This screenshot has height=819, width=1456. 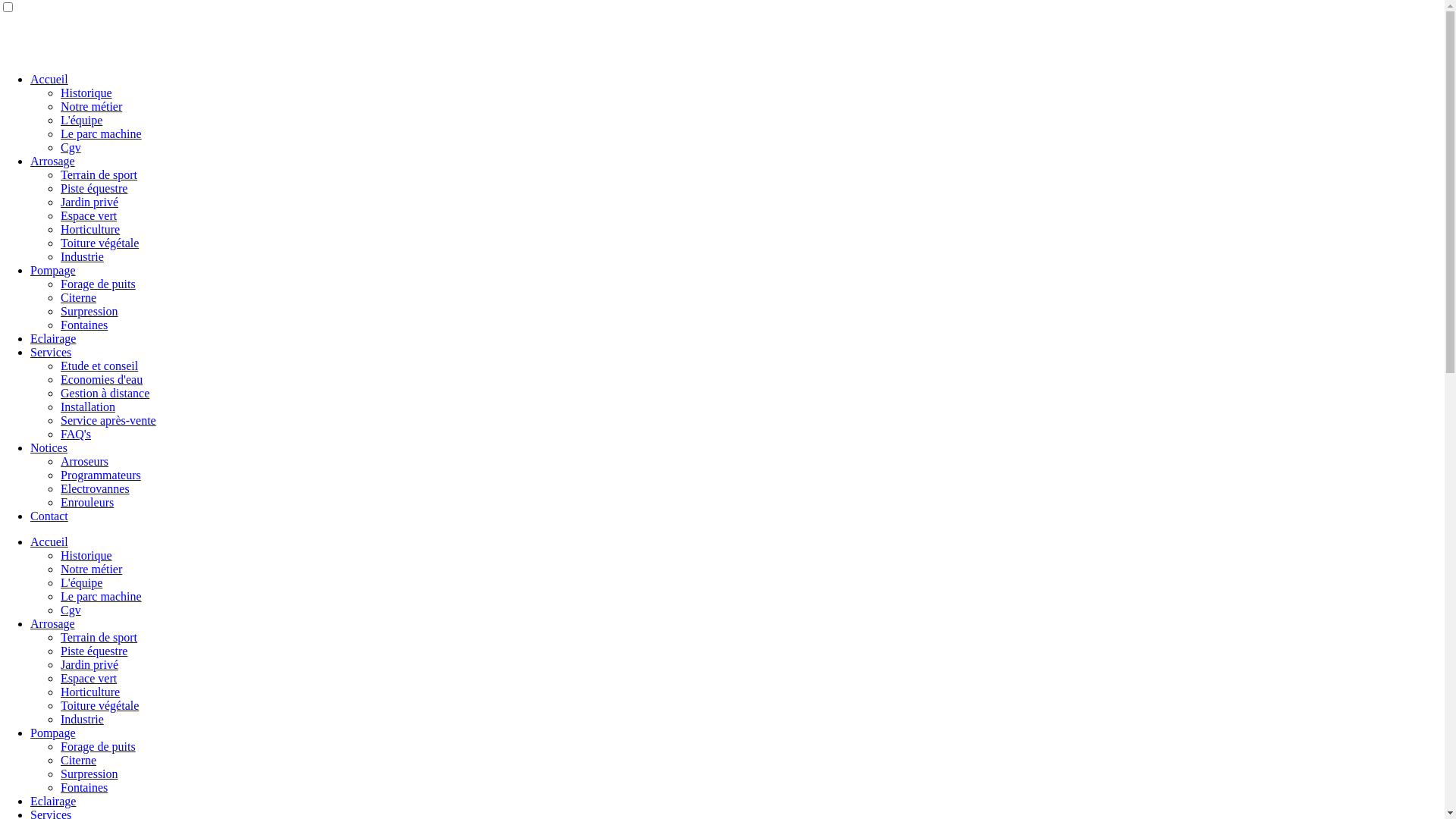 I want to click on 'Arroseurs', so click(x=83, y=460).